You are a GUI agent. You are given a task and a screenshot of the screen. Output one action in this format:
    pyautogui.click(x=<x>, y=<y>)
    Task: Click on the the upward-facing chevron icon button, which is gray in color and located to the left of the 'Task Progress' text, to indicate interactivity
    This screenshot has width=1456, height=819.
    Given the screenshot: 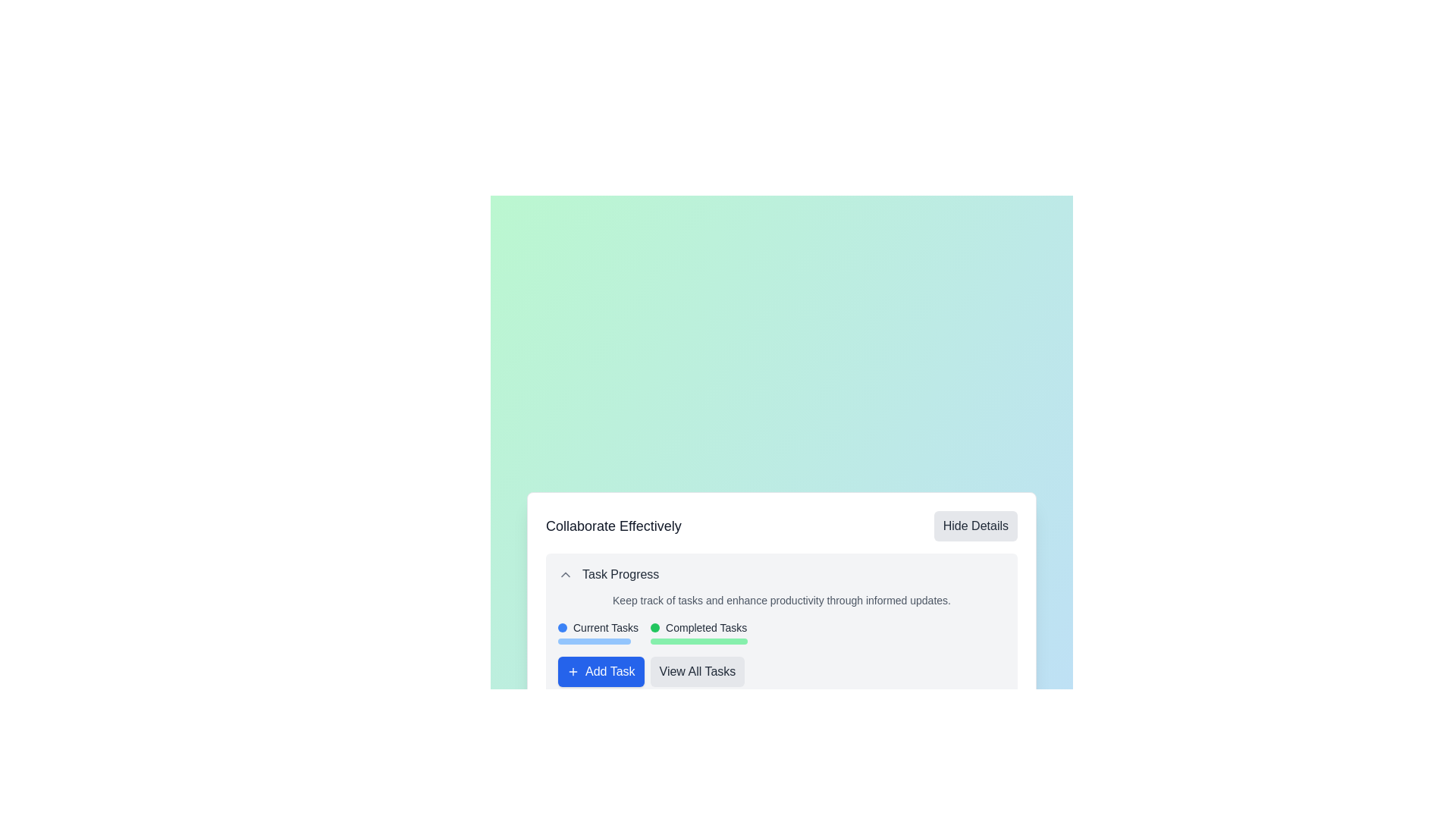 What is the action you would take?
    pyautogui.click(x=564, y=575)
    